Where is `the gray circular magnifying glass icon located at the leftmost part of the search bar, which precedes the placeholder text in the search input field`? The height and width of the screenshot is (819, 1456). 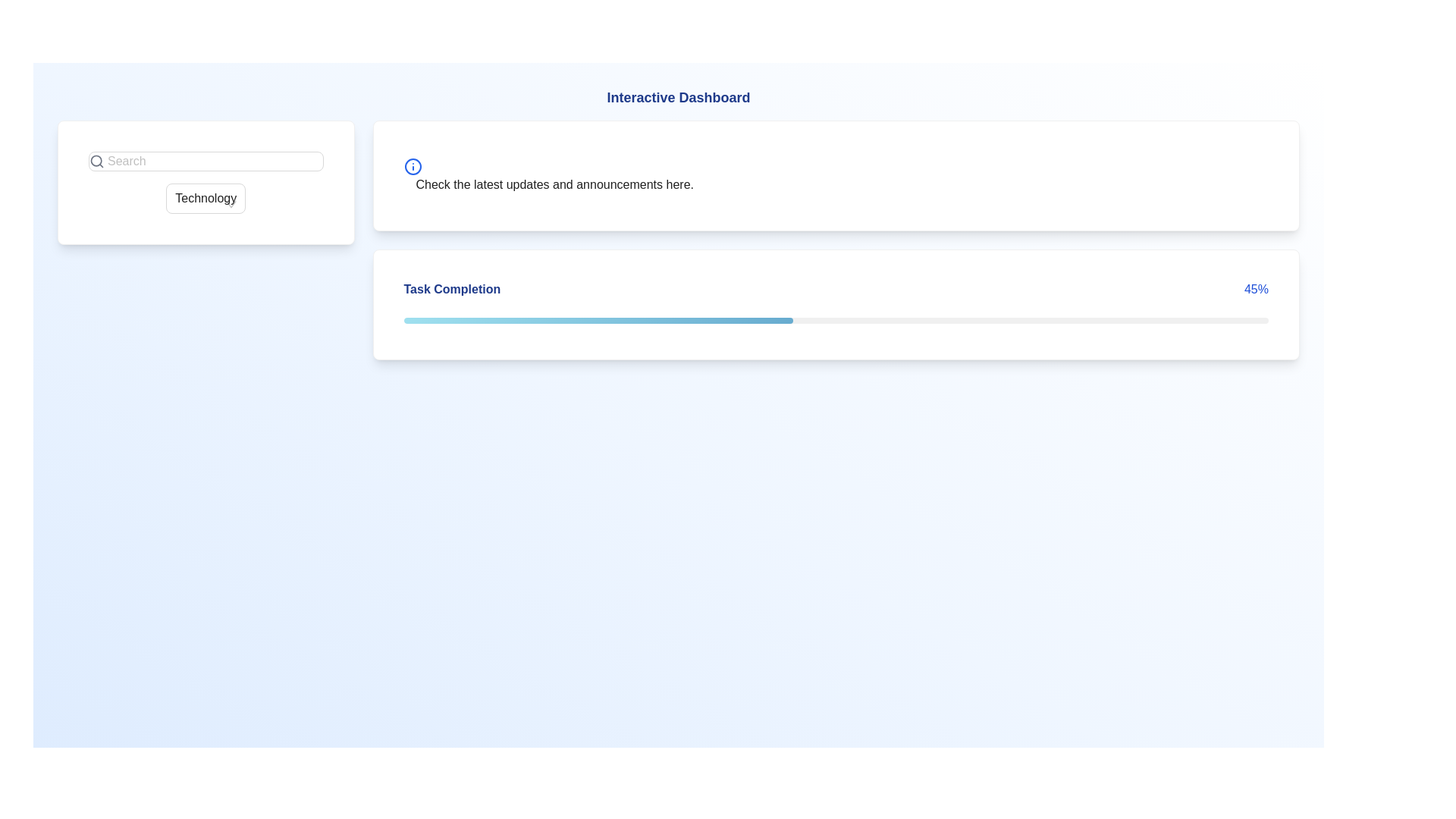
the gray circular magnifying glass icon located at the leftmost part of the search bar, which precedes the placeholder text in the search input field is located at coordinates (96, 161).